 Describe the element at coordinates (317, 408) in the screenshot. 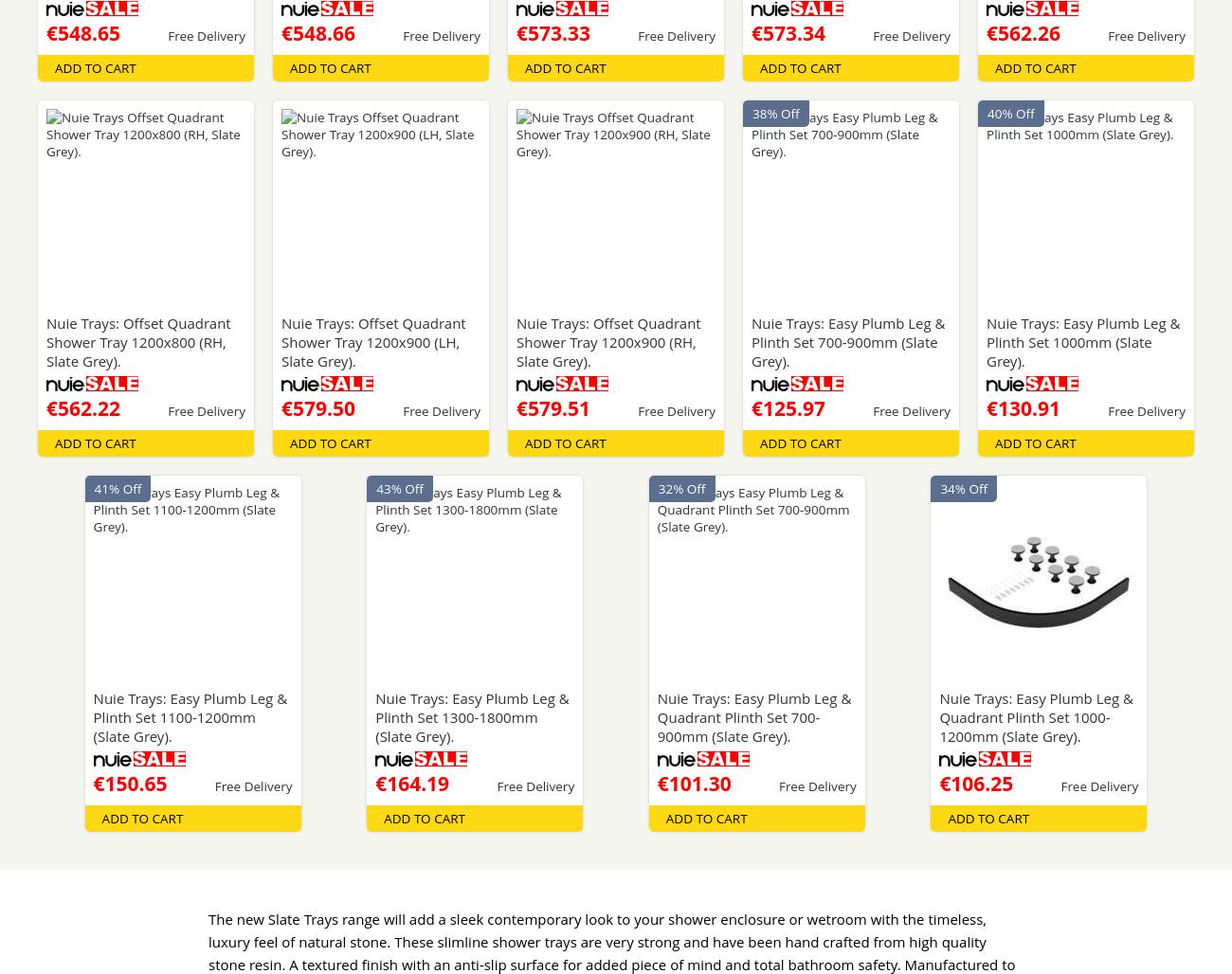

I see `'€579.50'` at that location.